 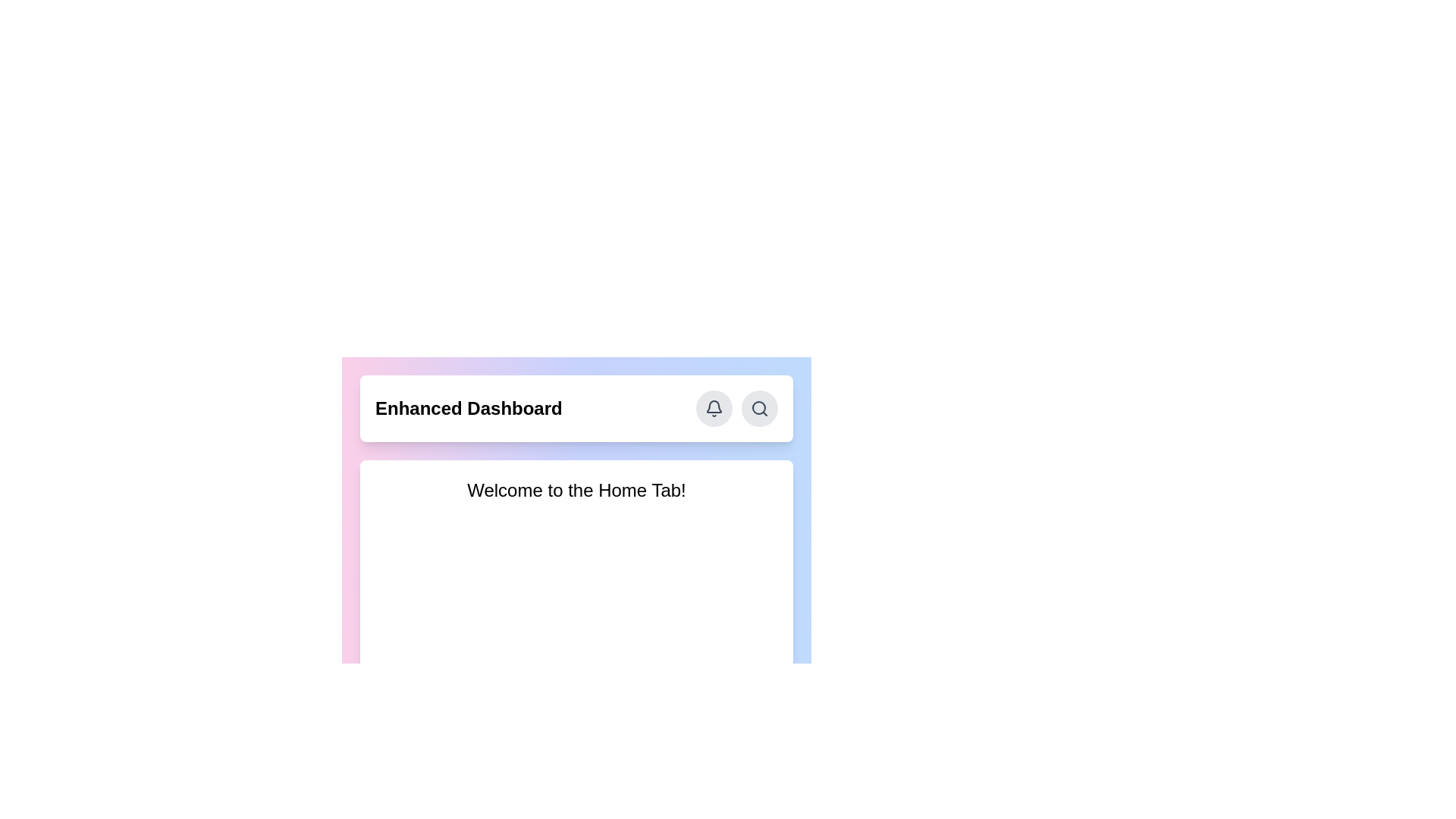 What do you see at coordinates (760, 408) in the screenshot?
I see `the magnifying glass icon in the top-right corner of the dashboard interface` at bounding box center [760, 408].